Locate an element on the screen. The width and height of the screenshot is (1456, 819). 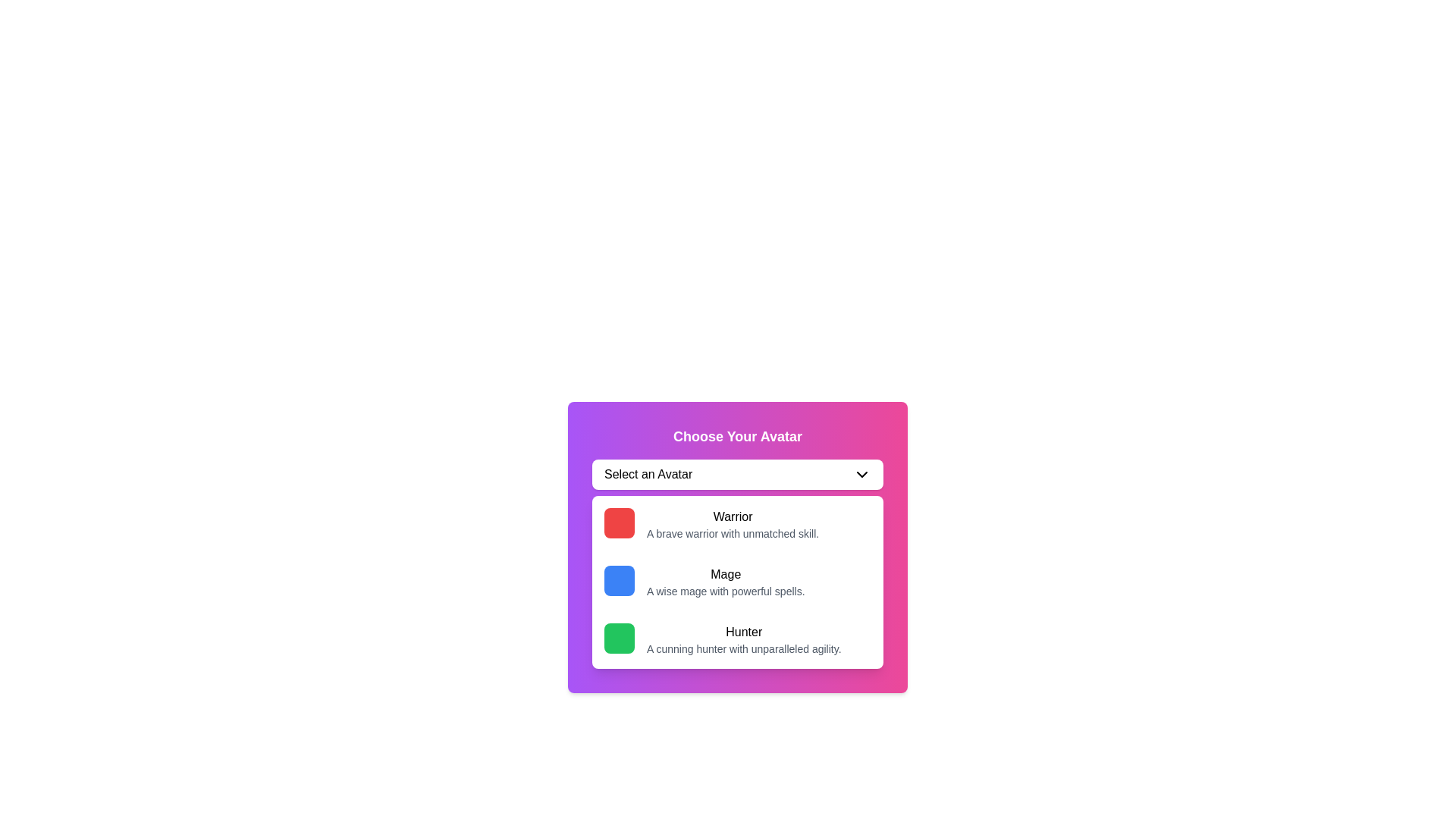
the static text component that says 'Select an Avatar', which is located at the top of a dropdown-like interface within a gradient-colored card is located at coordinates (648, 473).